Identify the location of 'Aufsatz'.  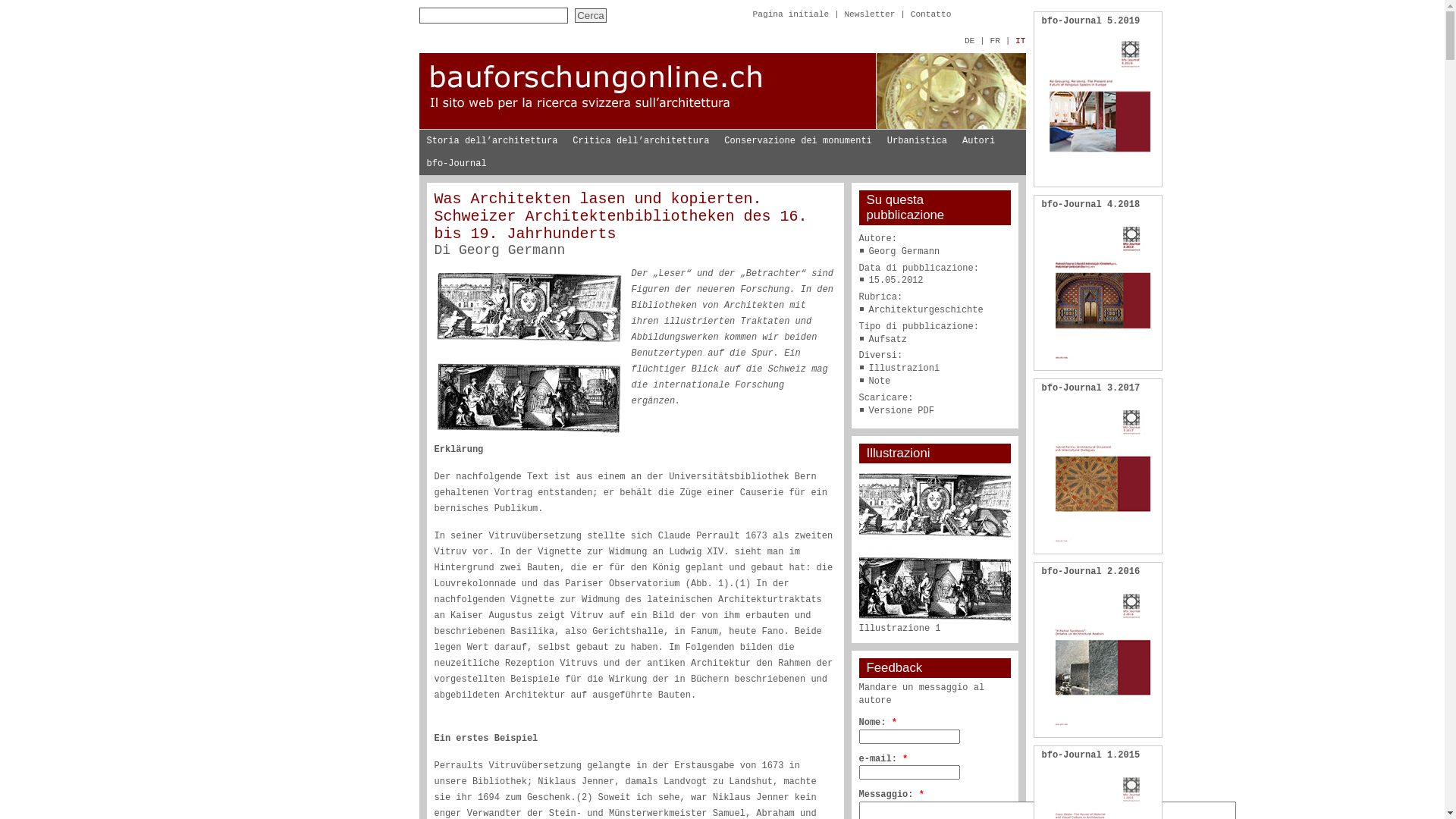
(888, 338).